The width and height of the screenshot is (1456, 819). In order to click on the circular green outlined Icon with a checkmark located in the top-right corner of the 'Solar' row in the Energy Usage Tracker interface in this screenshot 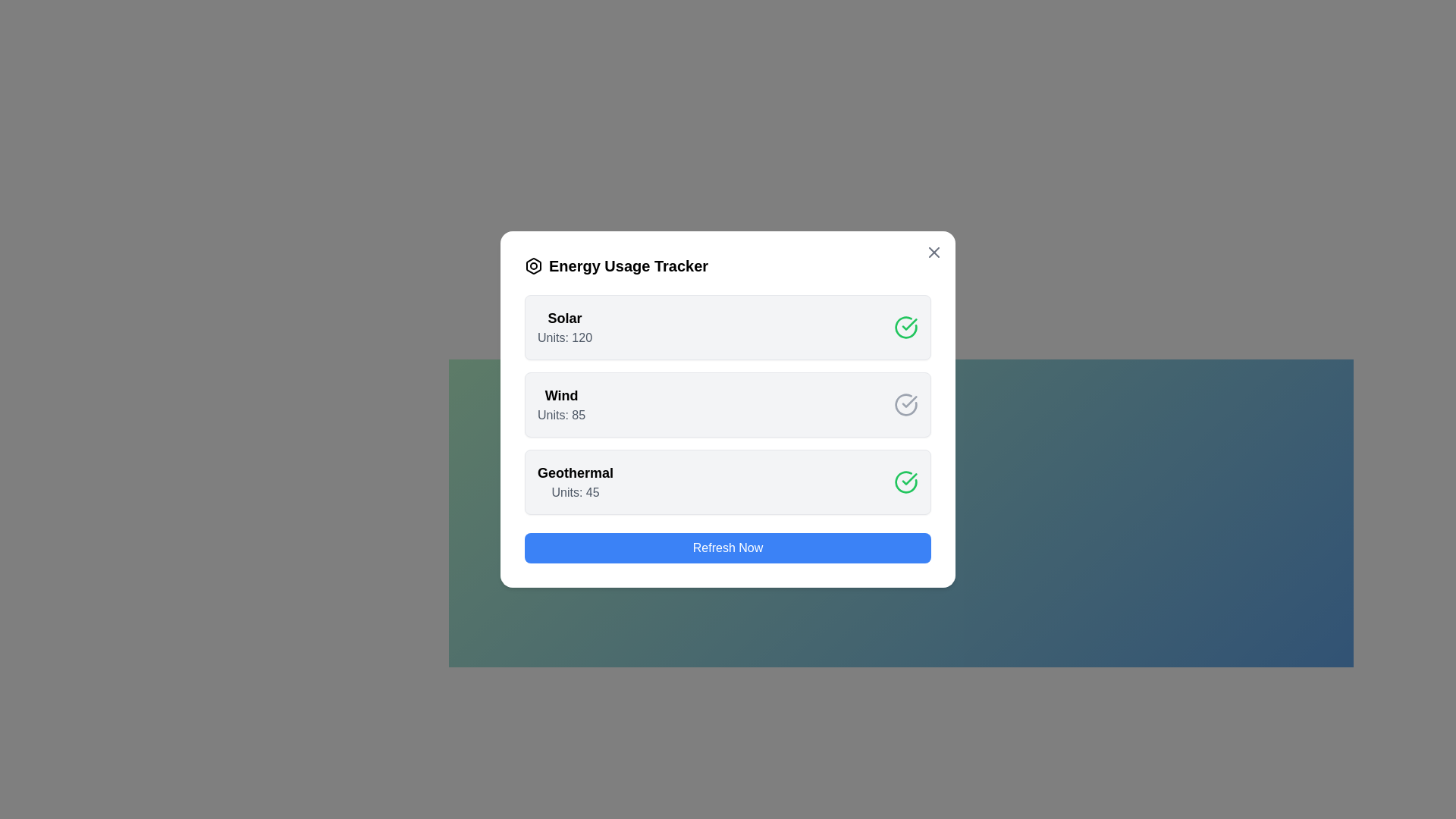, I will do `click(906, 327)`.